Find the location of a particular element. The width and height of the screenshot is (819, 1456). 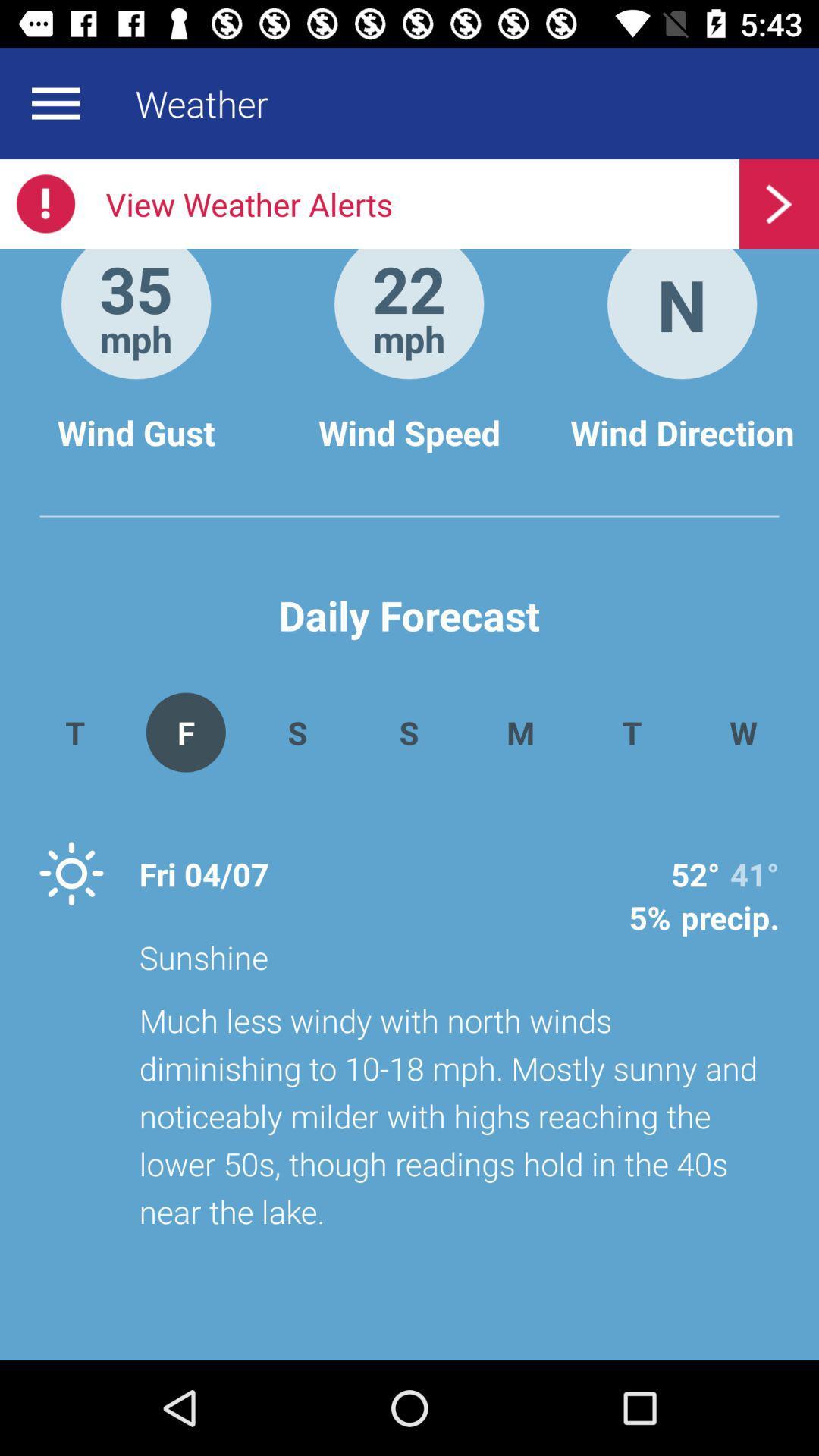

the app above sunshine app is located at coordinates (519, 732).